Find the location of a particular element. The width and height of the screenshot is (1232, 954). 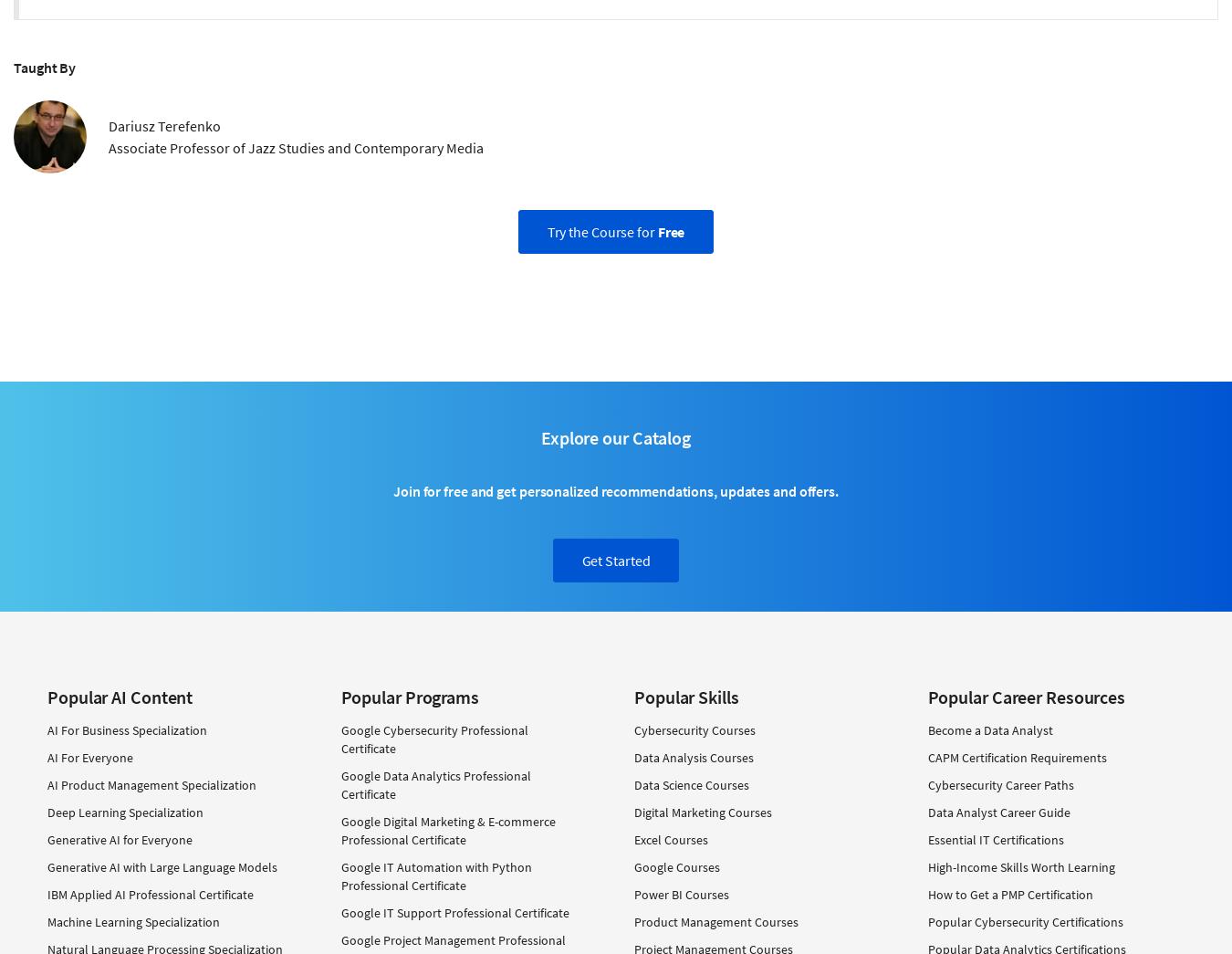

'Popular Career Resources' is located at coordinates (1026, 696).